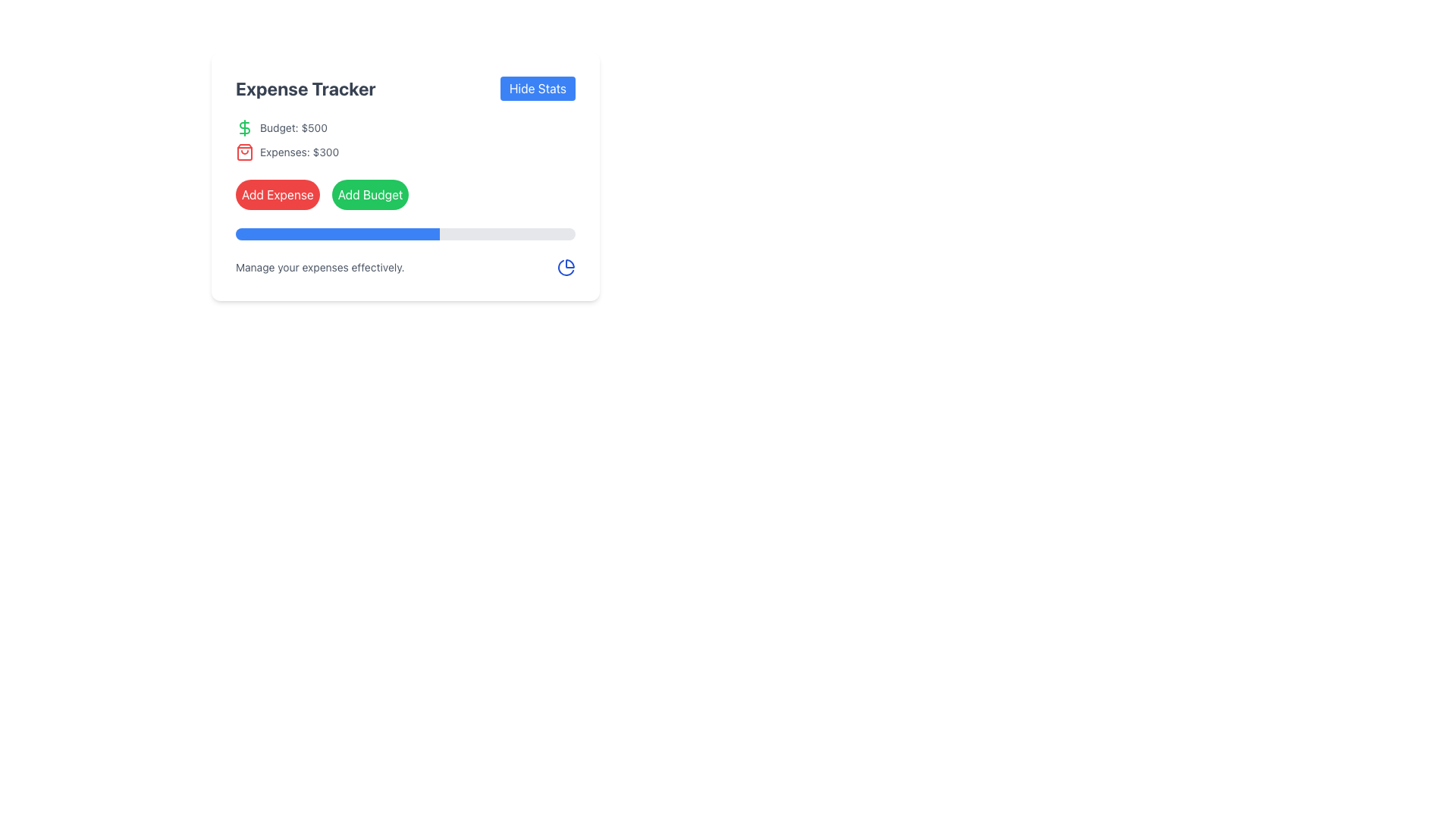 The image size is (1456, 819). Describe the element at coordinates (319, 267) in the screenshot. I see `text label displaying 'Manage your expenses effectively.' located below the progress bar and above the pie-chart icon` at that location.